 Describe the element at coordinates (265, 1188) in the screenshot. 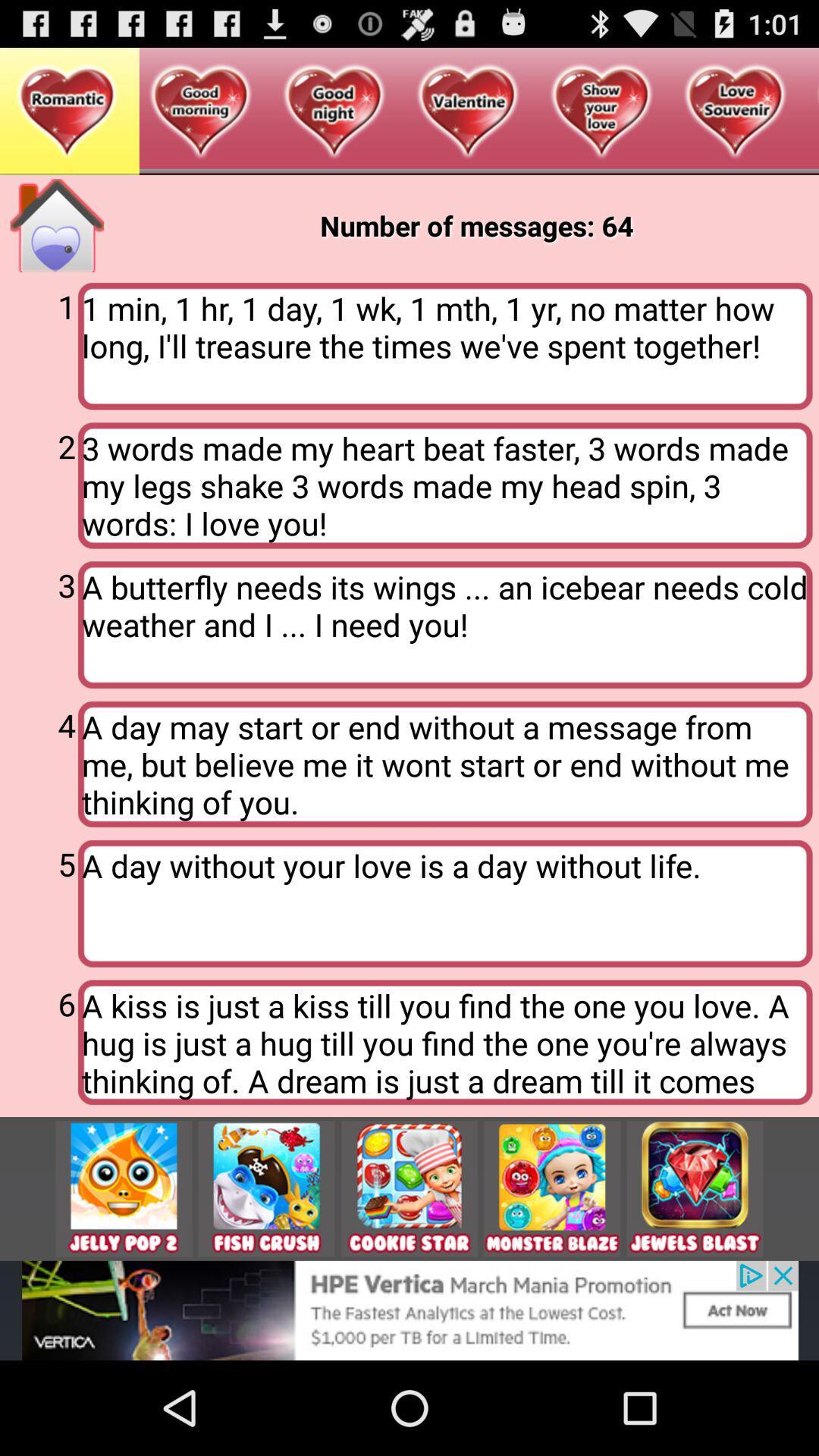

I see `advertisement website` at that location.